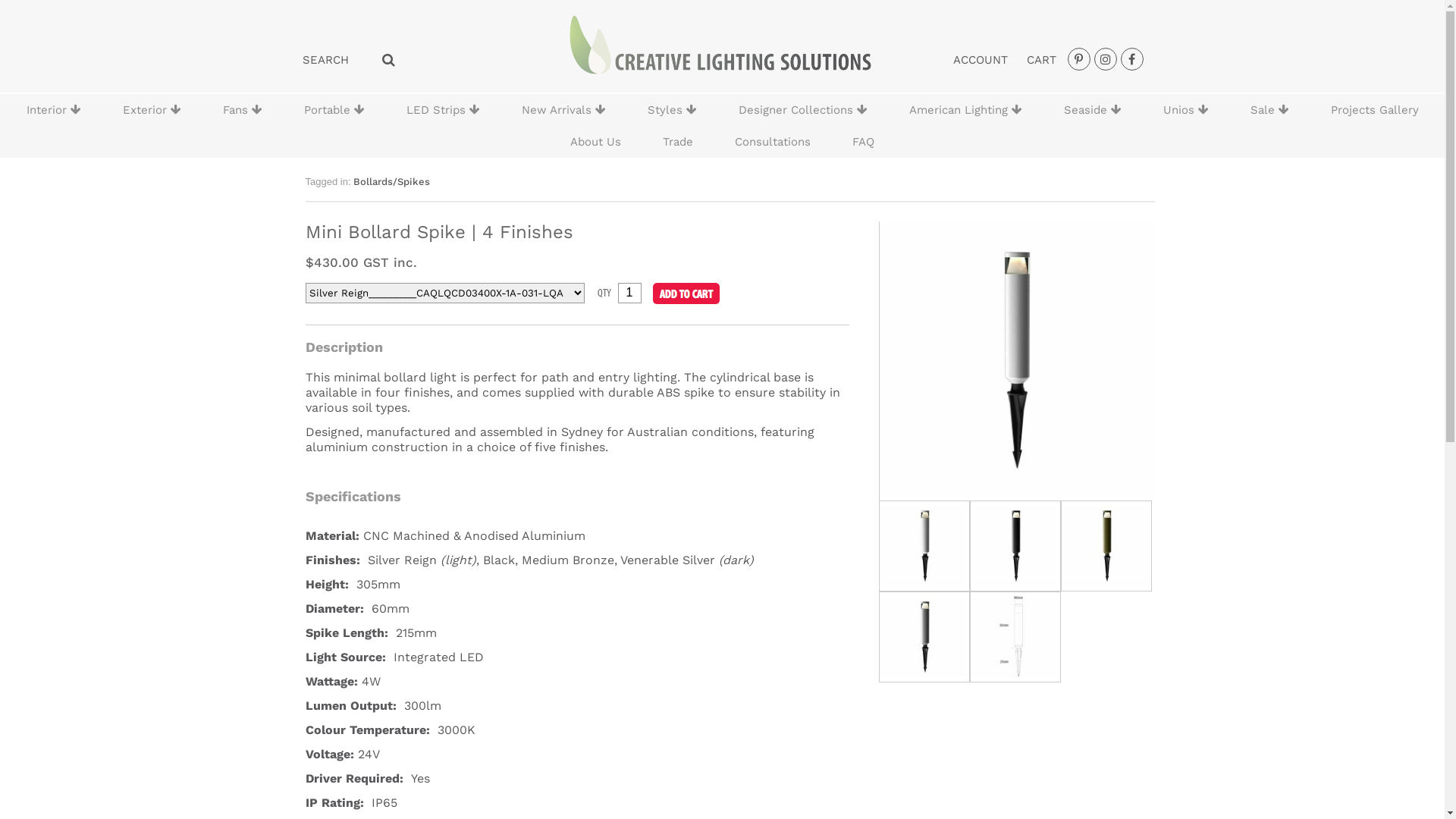 The width and height of the screenshot is (1456, 819). What do you see at coordinates (151, 109) in the screenshot?
I see `'Exterior'` at bounding box center [151, 109].